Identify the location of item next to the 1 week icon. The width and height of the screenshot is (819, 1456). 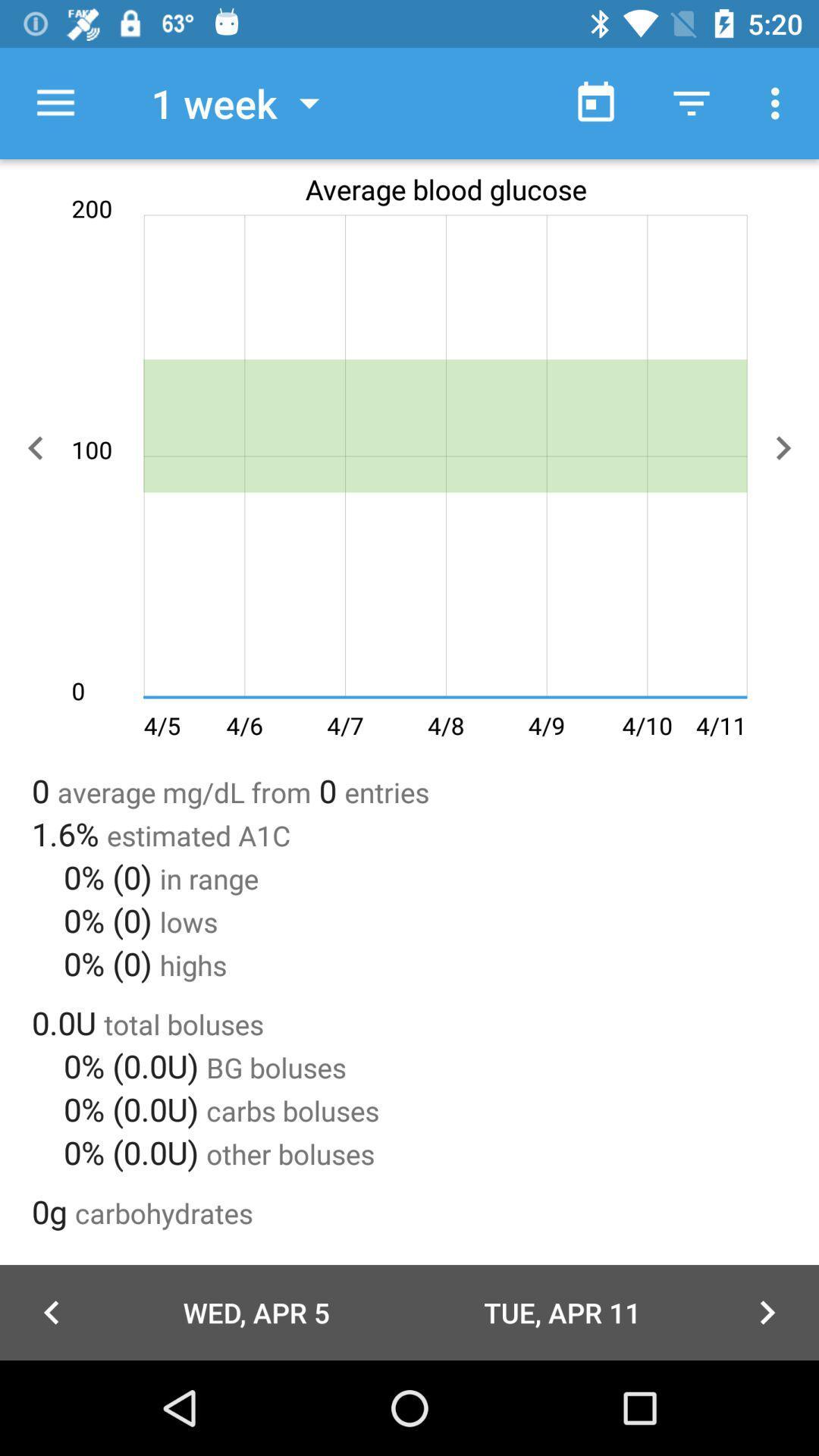
(55, 102).